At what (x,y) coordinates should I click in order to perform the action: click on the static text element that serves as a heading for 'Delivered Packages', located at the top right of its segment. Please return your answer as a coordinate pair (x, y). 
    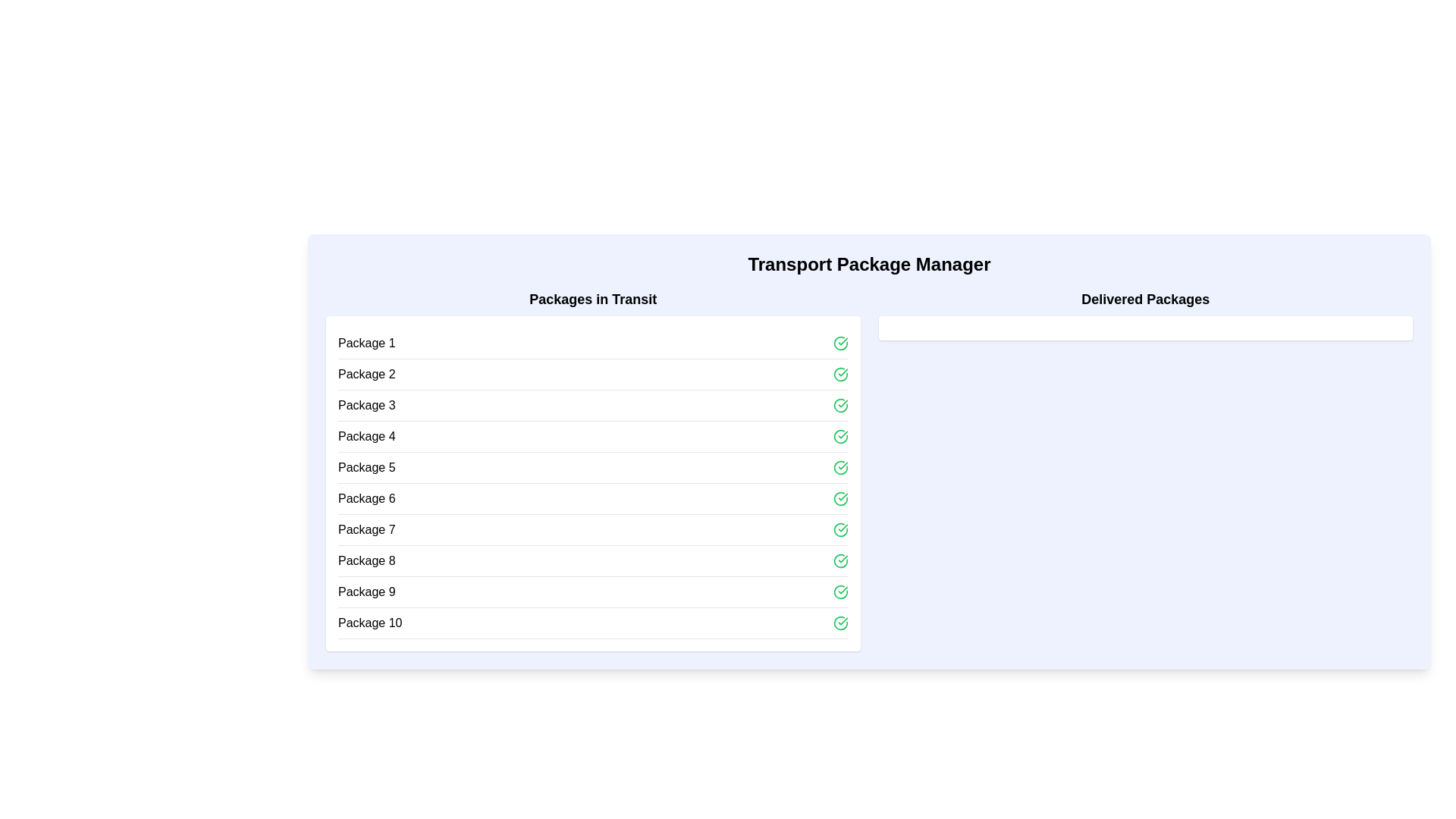
    Looking at the image, I should click on (1145, 299).